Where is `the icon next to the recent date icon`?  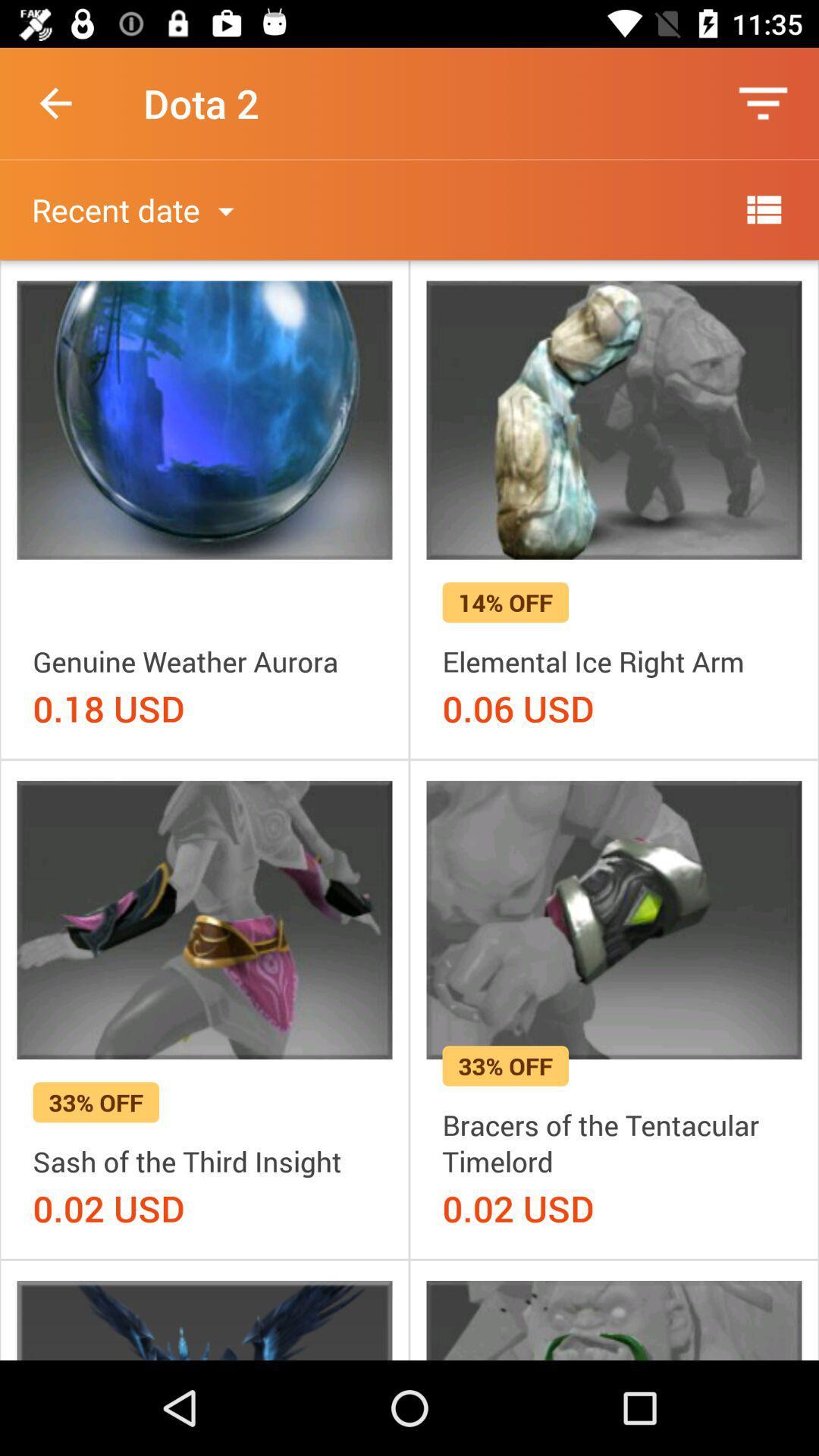
the icon next to the recent date icon is located at coordinates (763, 209).